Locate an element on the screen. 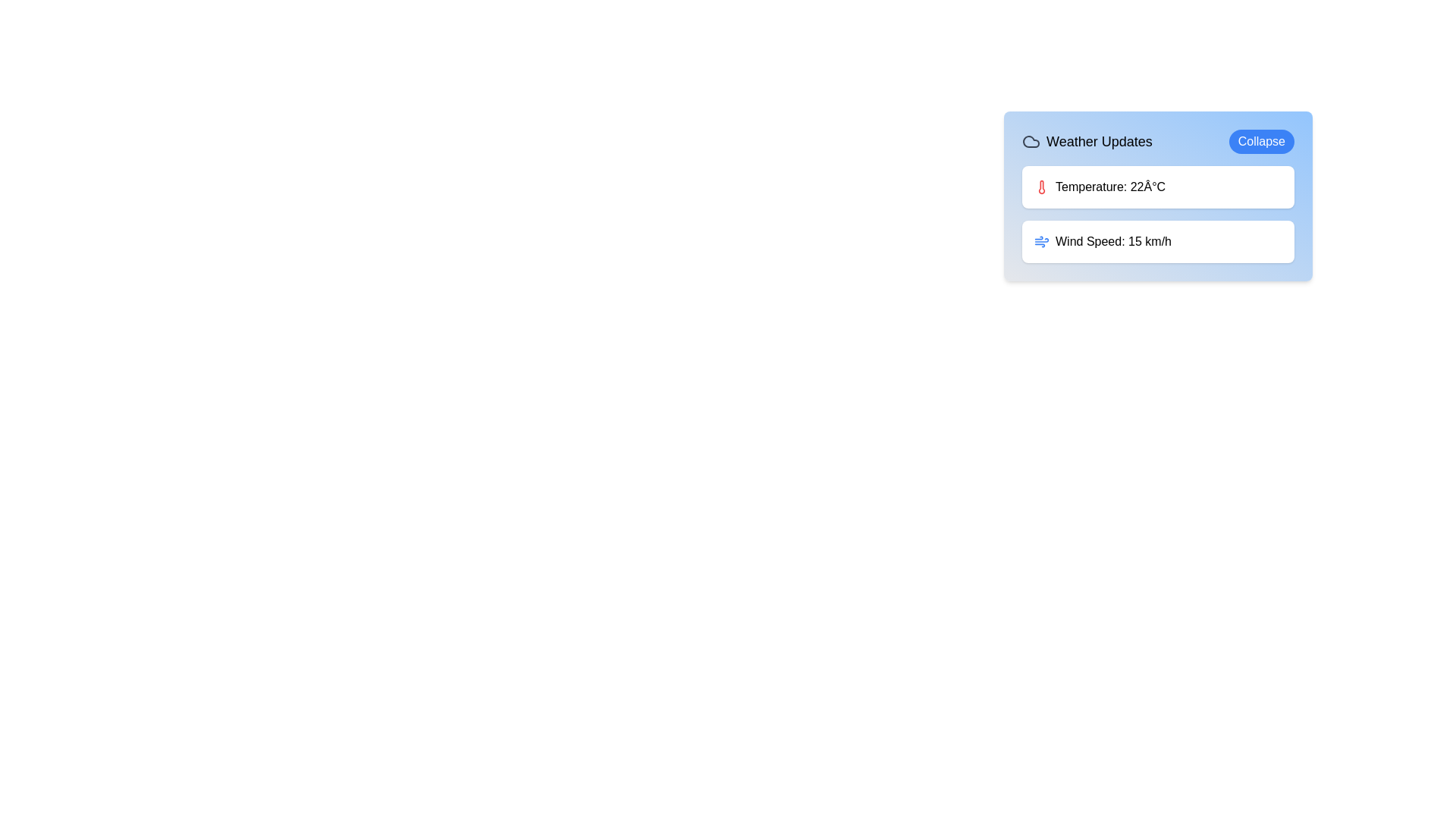  the cloud-shaped icon with a gray outline located to the left of the 'Weather Updates' text in the weather information panel is located at coordinates (1031, 141).